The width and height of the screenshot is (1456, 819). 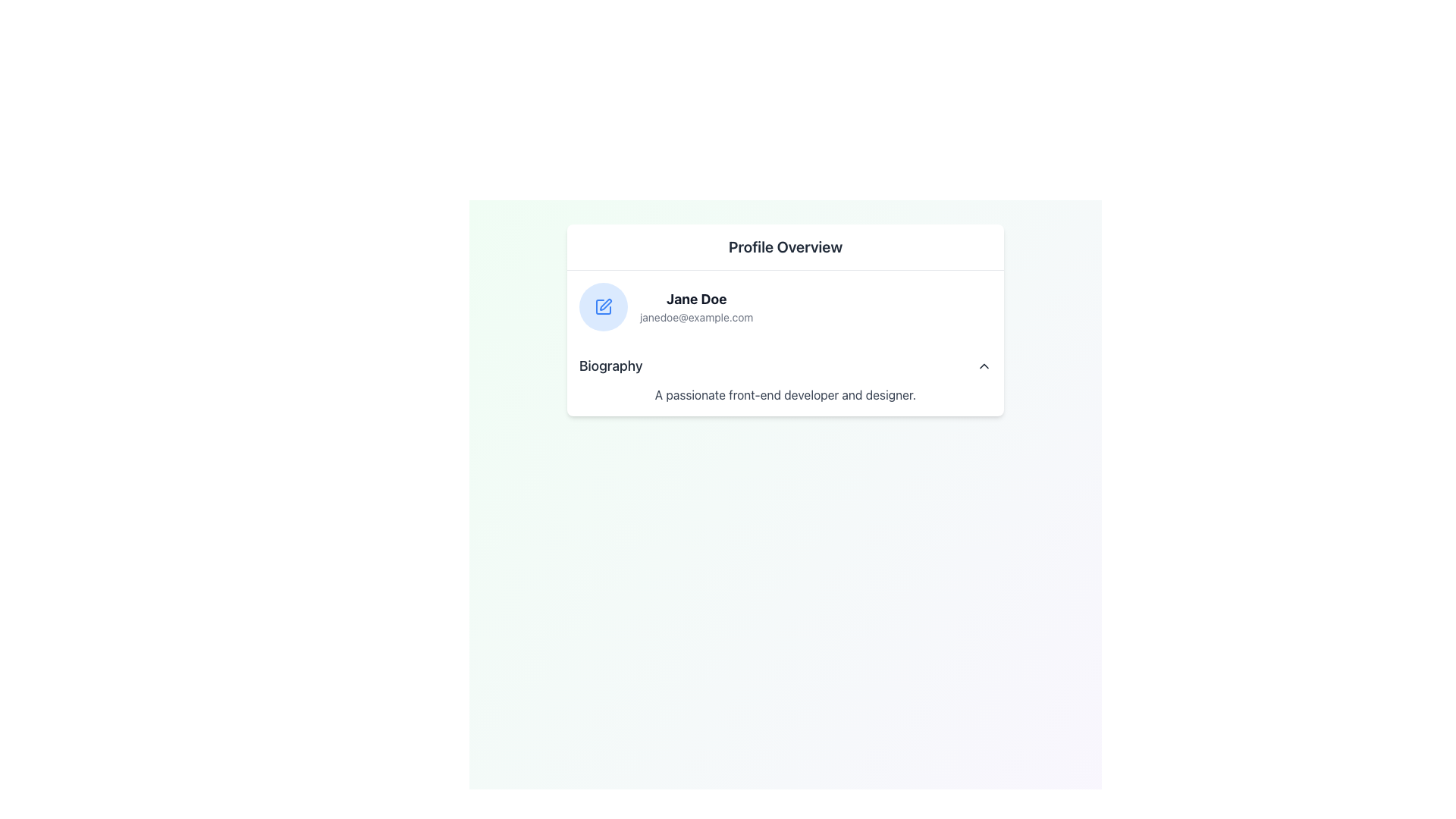 I want to click on the upward-pointing chevron icon located at the far right side of the 'Biography' section header, so click(x=984, y=366).